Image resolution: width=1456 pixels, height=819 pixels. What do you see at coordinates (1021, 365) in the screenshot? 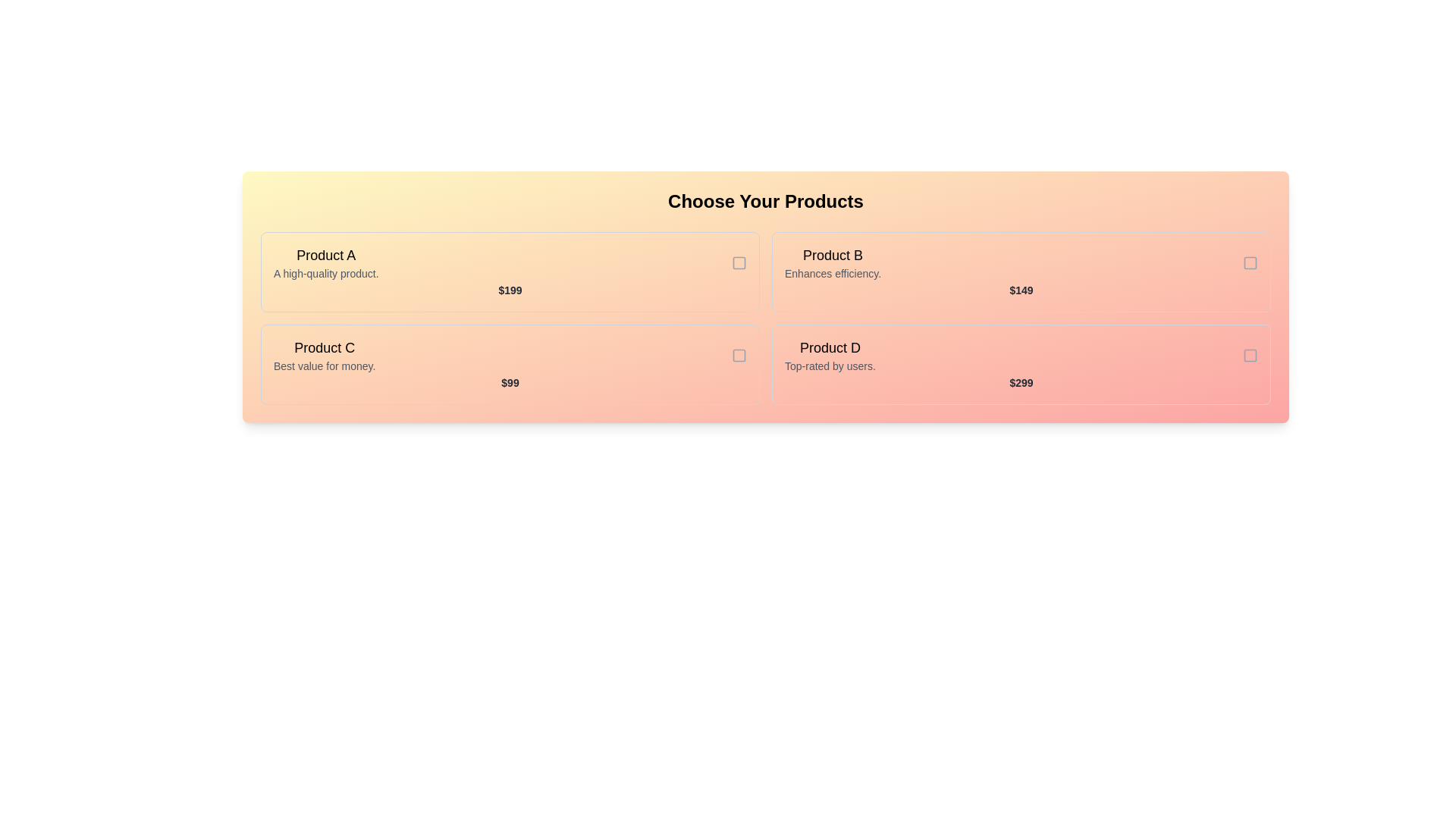
I see `the product card for Product D` at bounding box center [1021, 365].